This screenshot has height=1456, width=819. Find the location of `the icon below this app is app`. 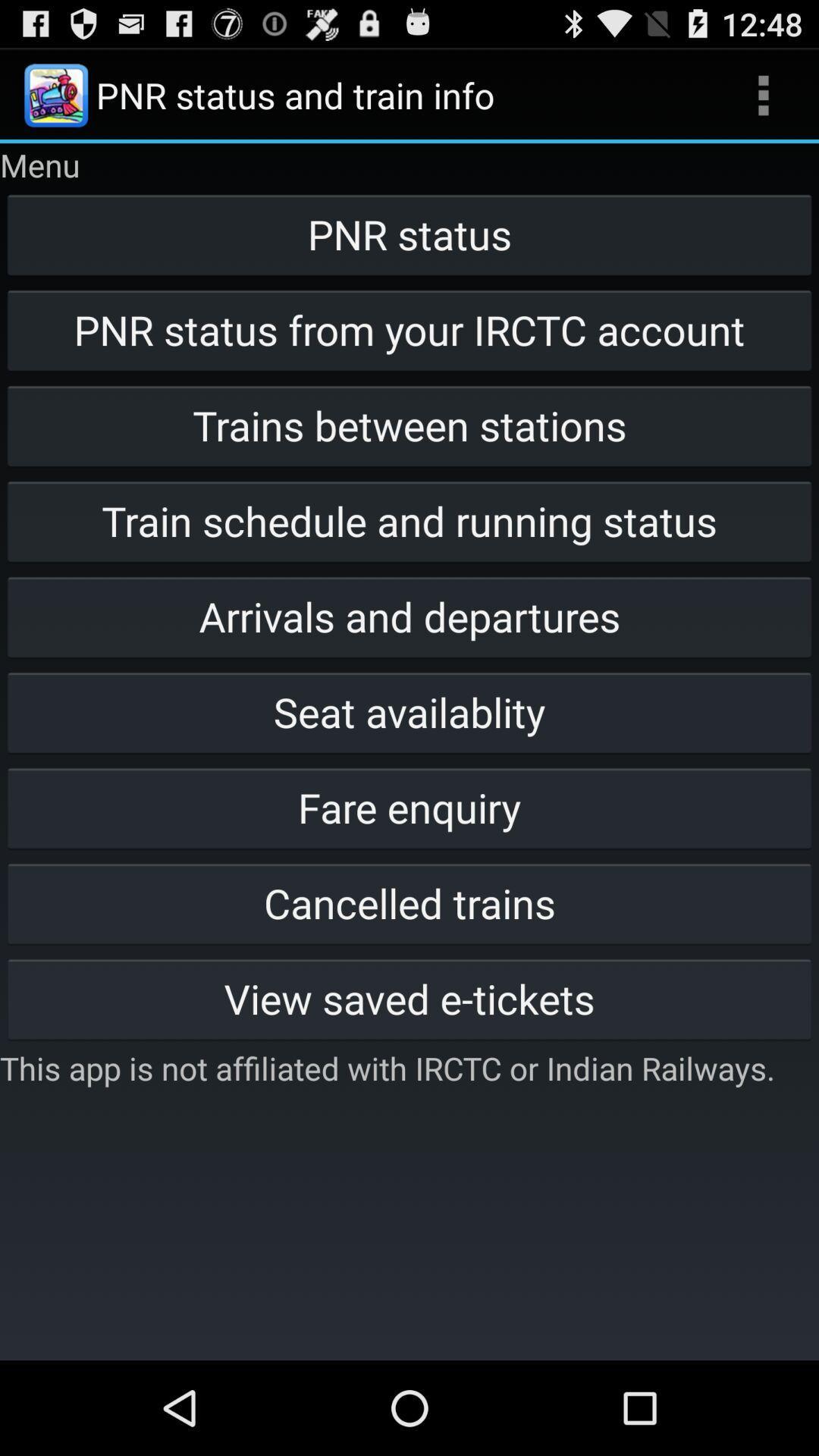

the icon below this app is app is located at coordinates (409, 1310).